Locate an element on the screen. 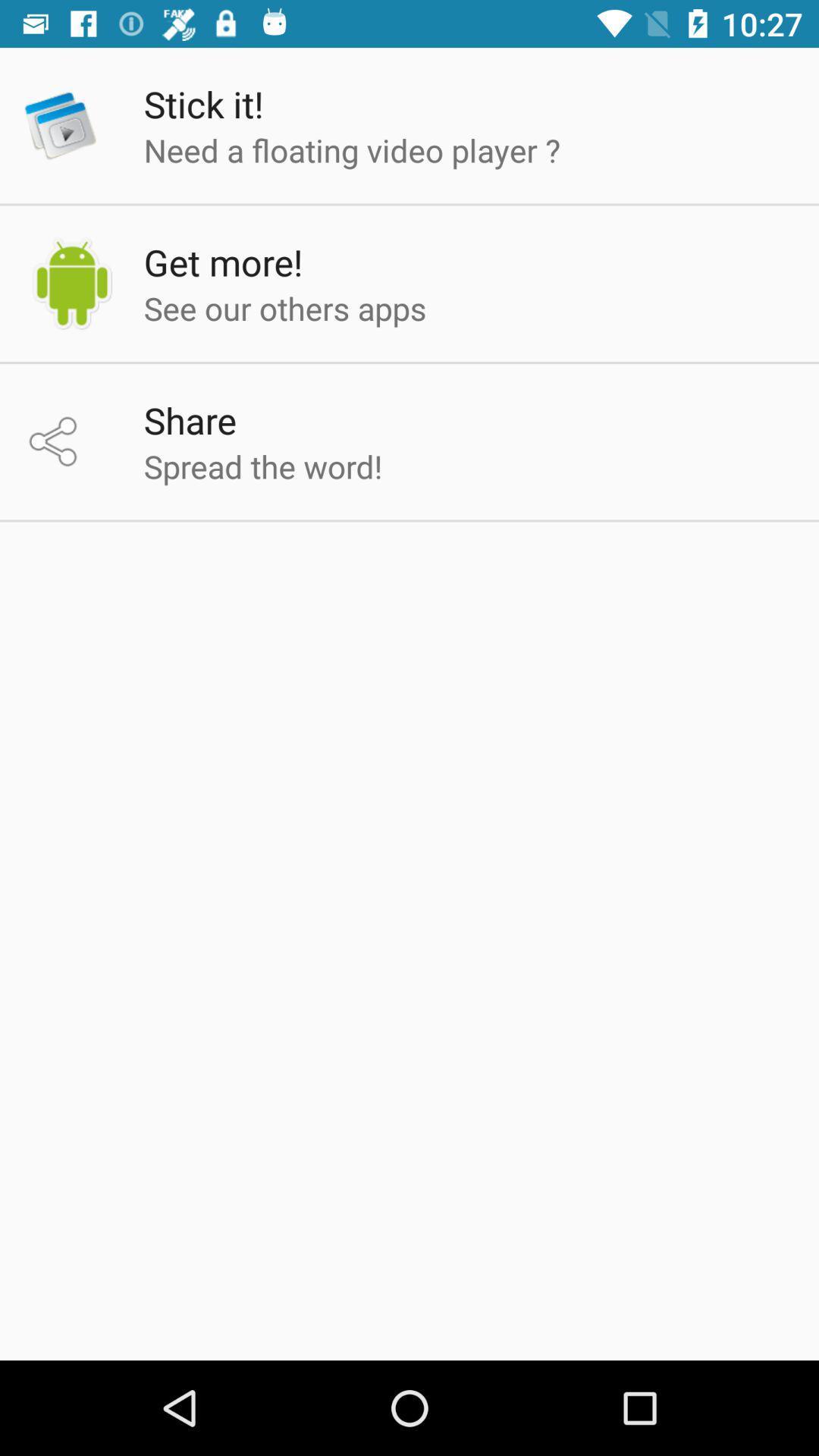 Image resolution: width=819 pixels, height=1456 pixels. the icon below see our others icon is located at coordinates (189, 420).